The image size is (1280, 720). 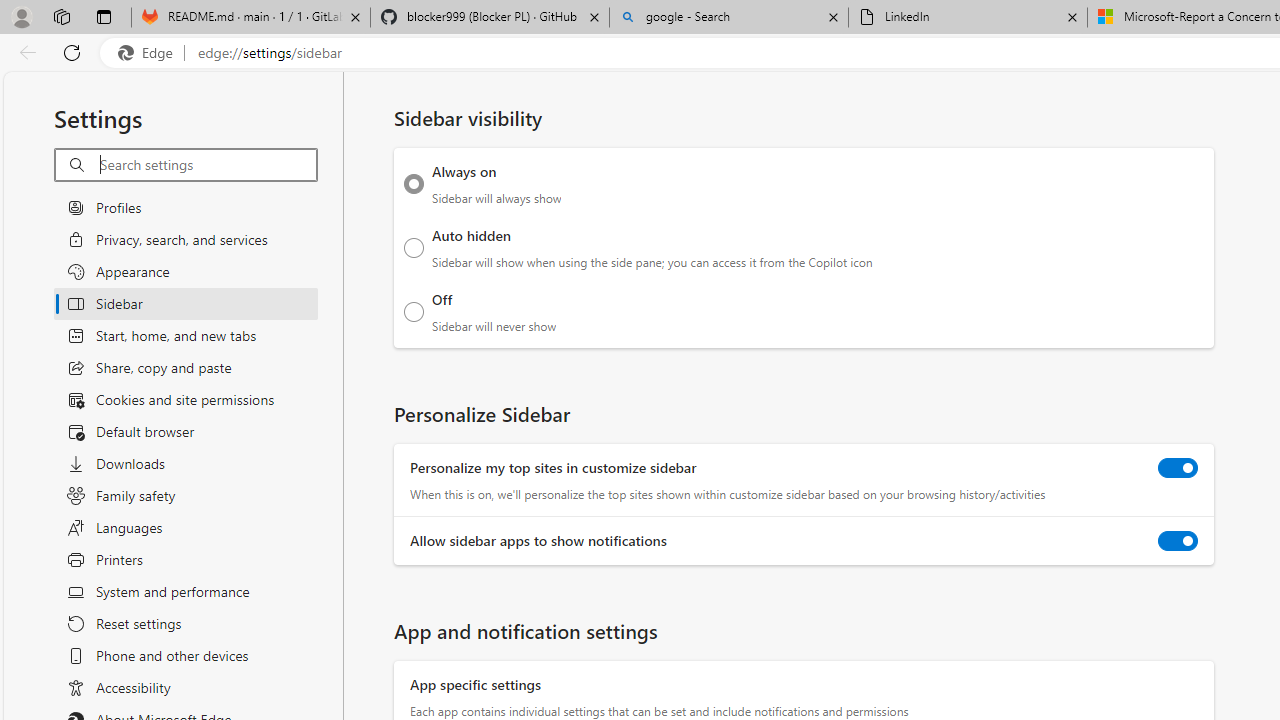 What do you see at coordinates (149, 52) in the screenshot?
I see `'Edge'` at bounding box center [149, 52].